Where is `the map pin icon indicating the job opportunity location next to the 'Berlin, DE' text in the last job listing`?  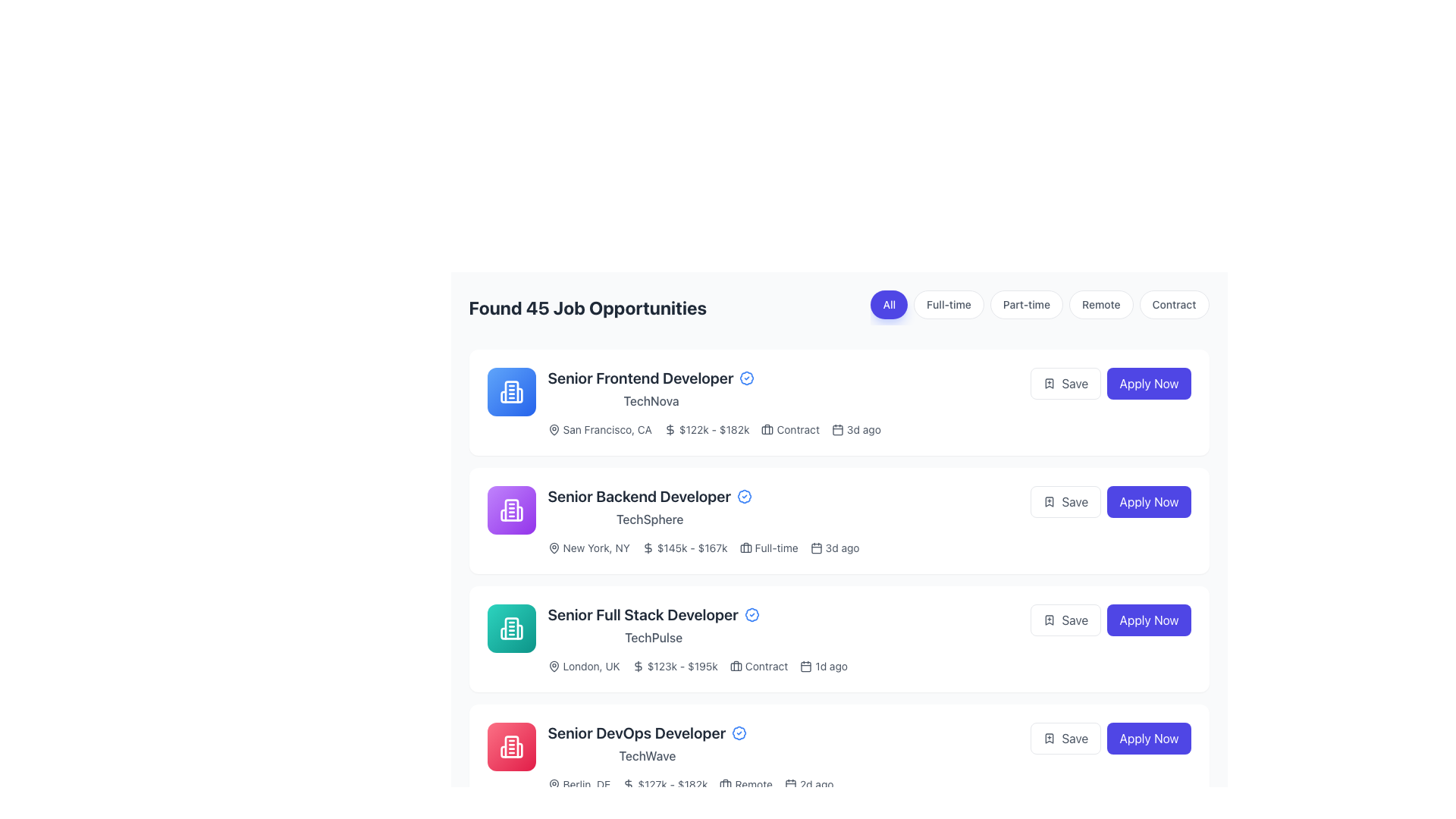
the map pin icon indicating the job opportunity location next to the 'Berlin, DE' text in the last job listing is located at coordinates (553, 784).